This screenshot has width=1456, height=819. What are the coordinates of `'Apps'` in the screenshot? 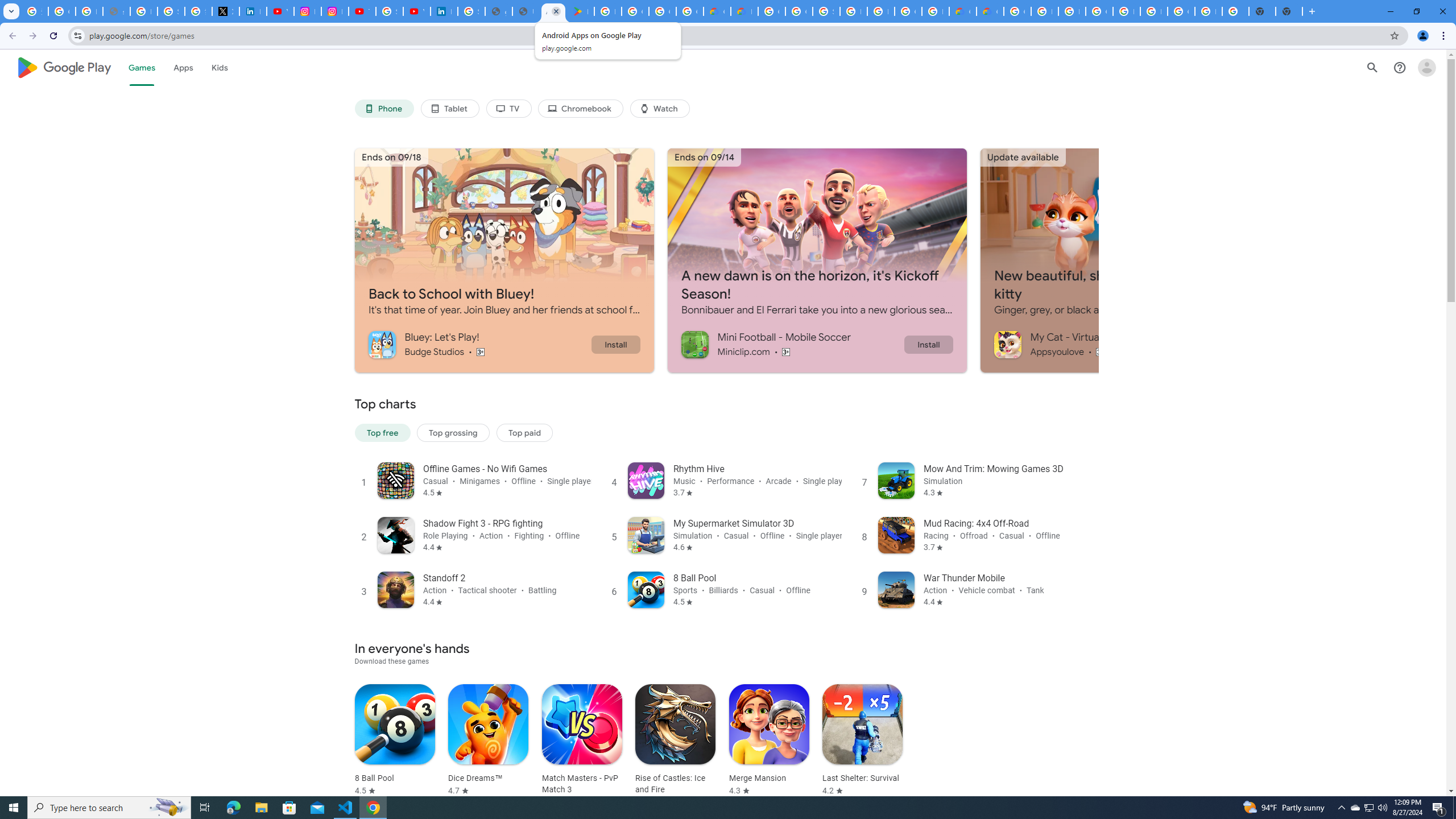 It's located at (183, 67).